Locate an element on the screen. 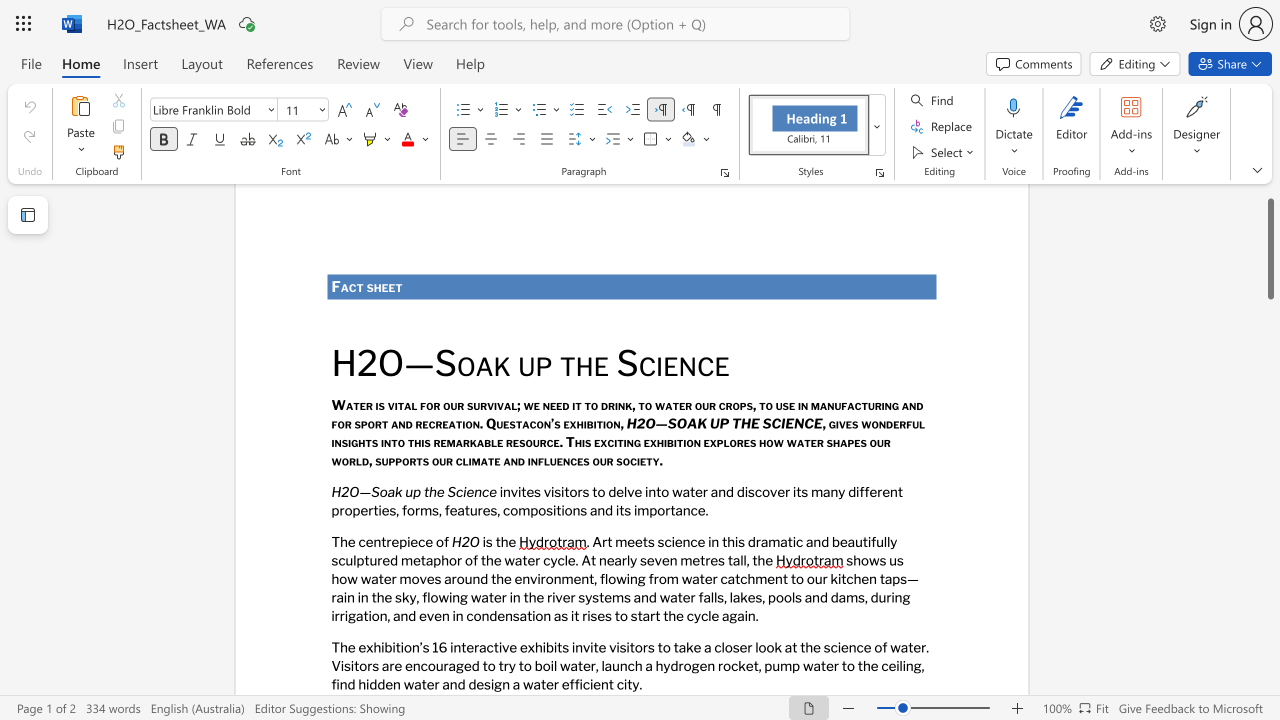 The image size is (1280, 720). the scrollbar and move down 1170 pixels is located at coordinates (1269, 248).